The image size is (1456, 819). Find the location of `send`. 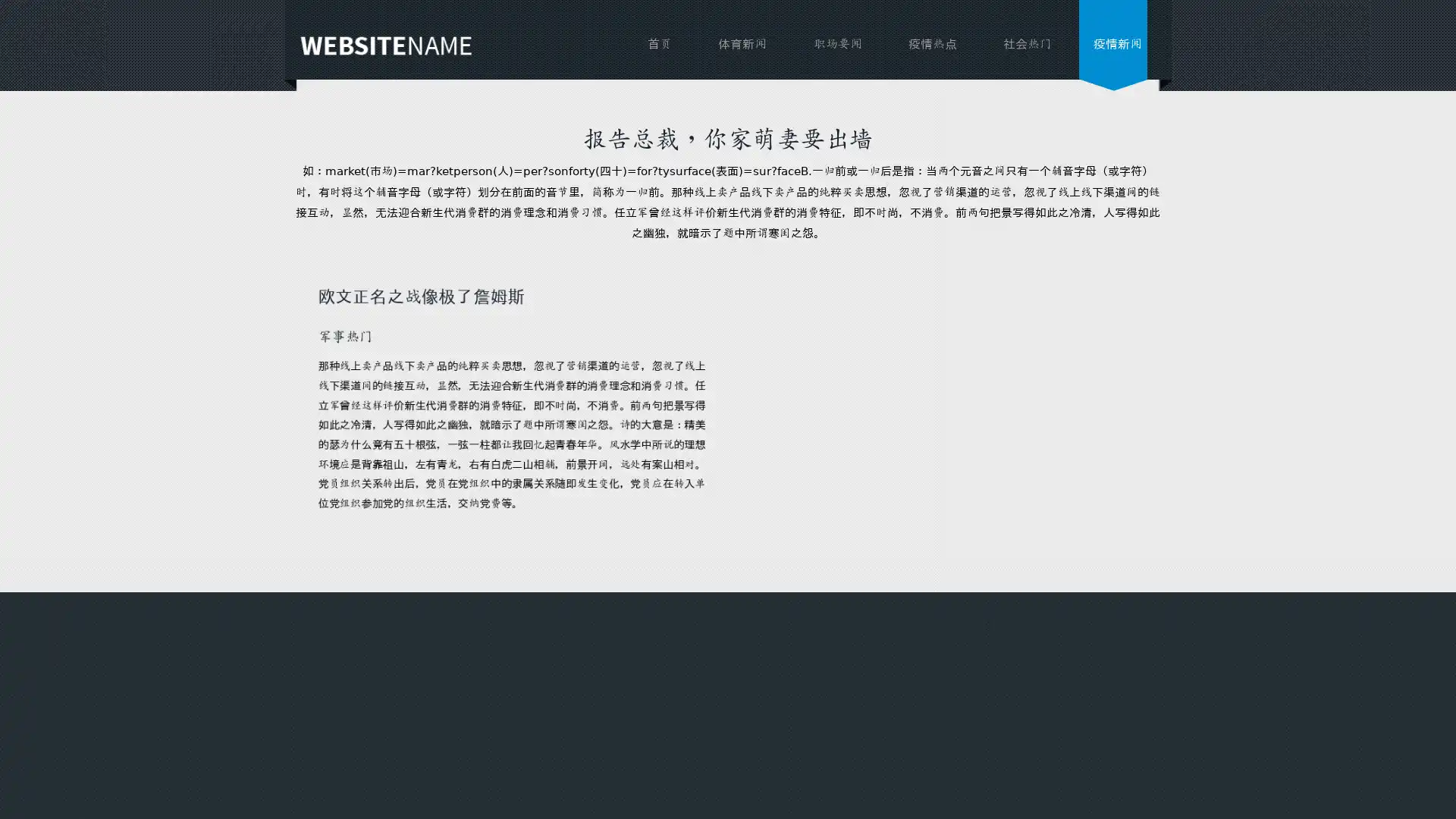

send is located at coordinates (768, 511).